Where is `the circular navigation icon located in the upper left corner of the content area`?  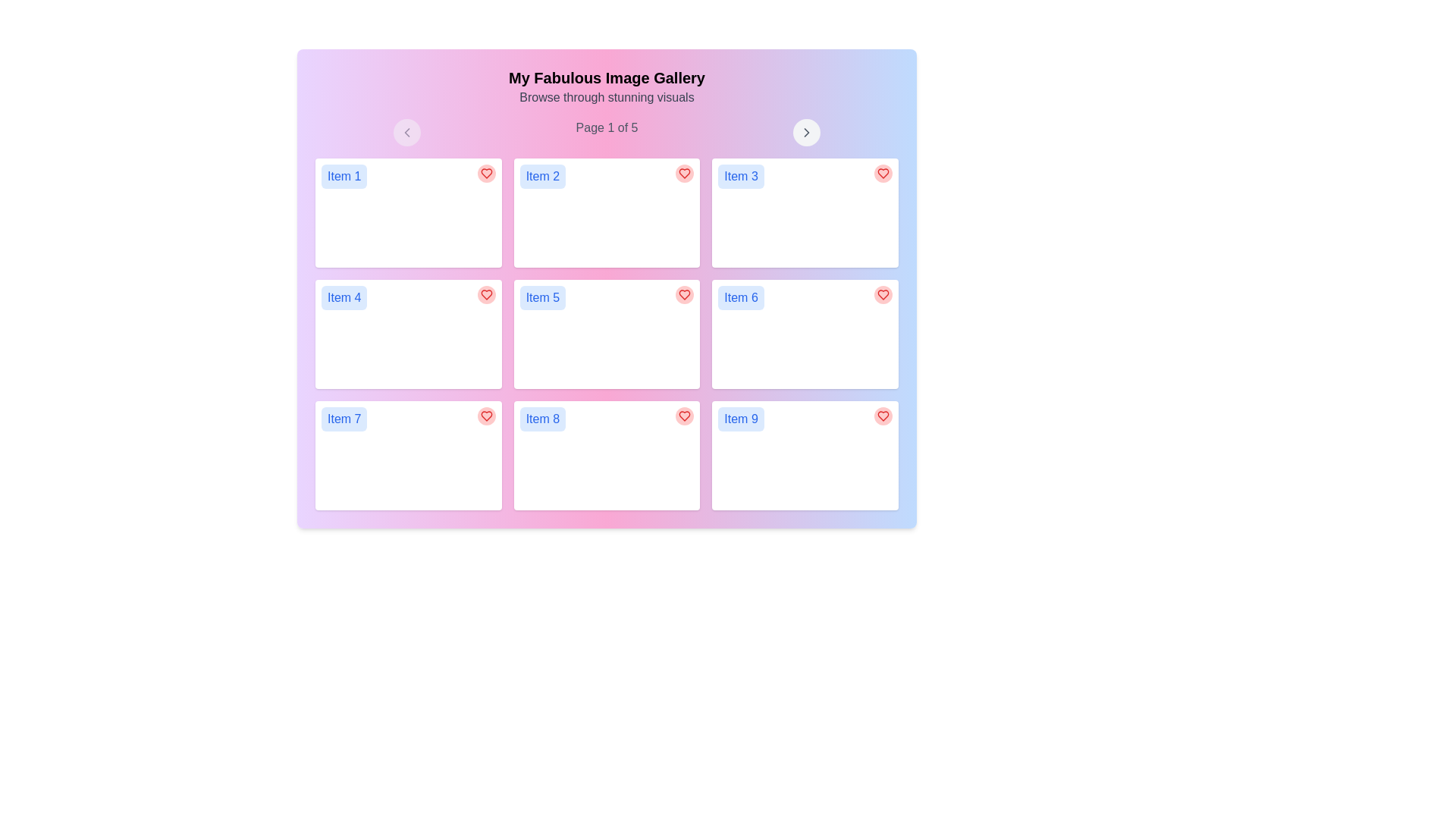 the circular navigation icon located in the upper left corner of the content area is located at coordinates (406, 131).